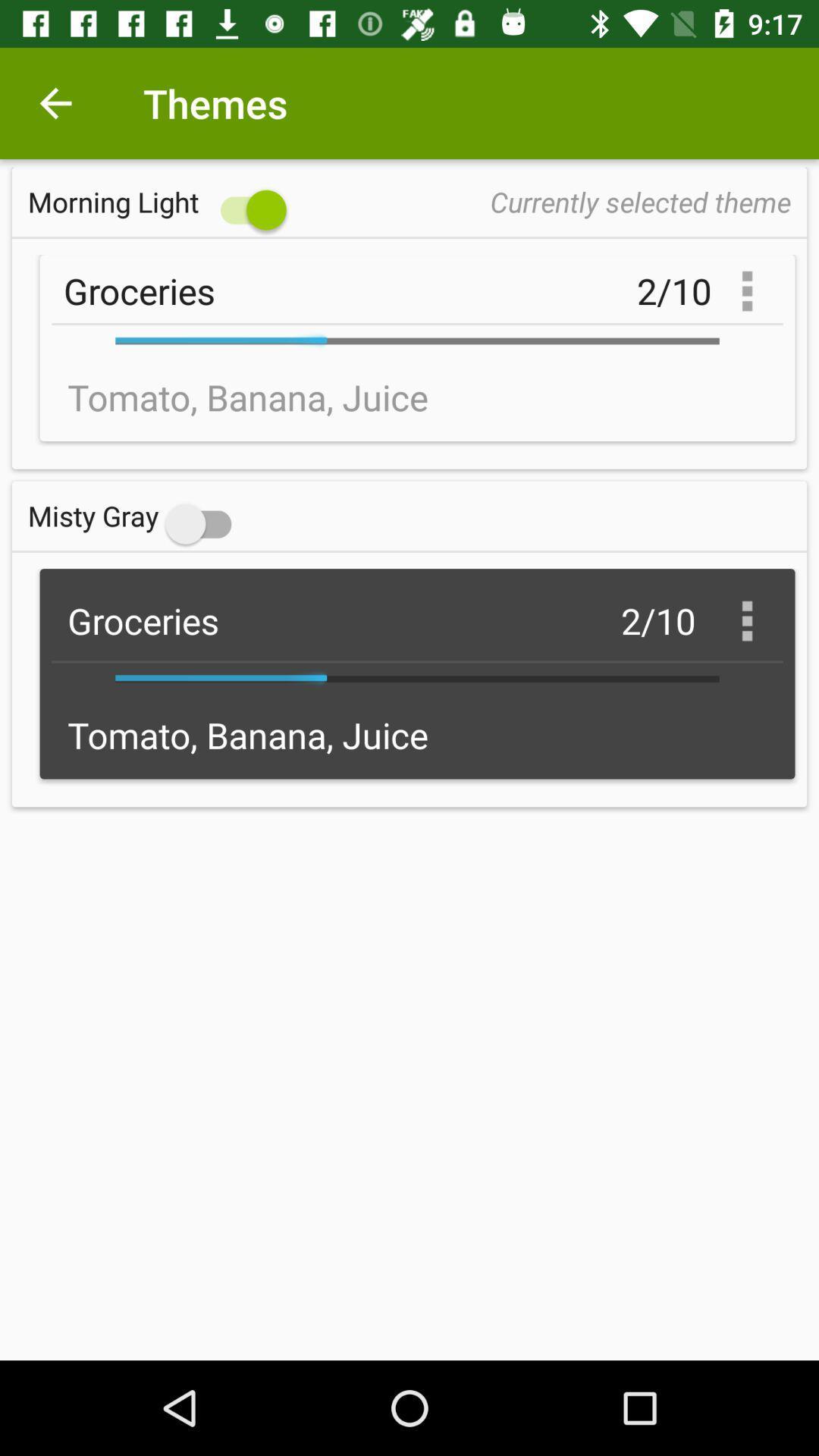  I want to click on the text below the misty gray, so click(418, 673).